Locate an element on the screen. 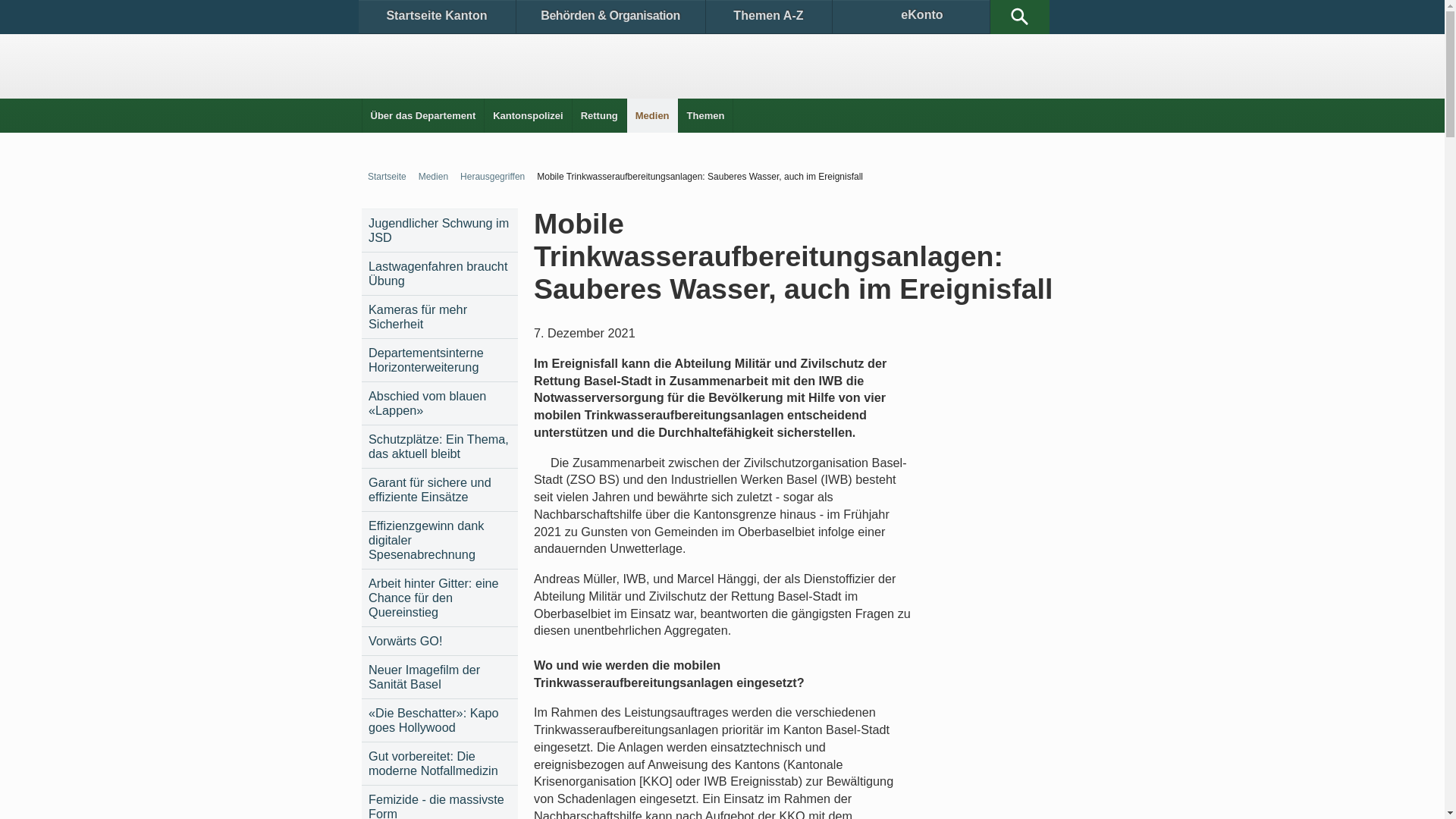 The width and height of the screenshot is (1456, 819). 'Startseite Kanton' is located at coordinates (435, 17).